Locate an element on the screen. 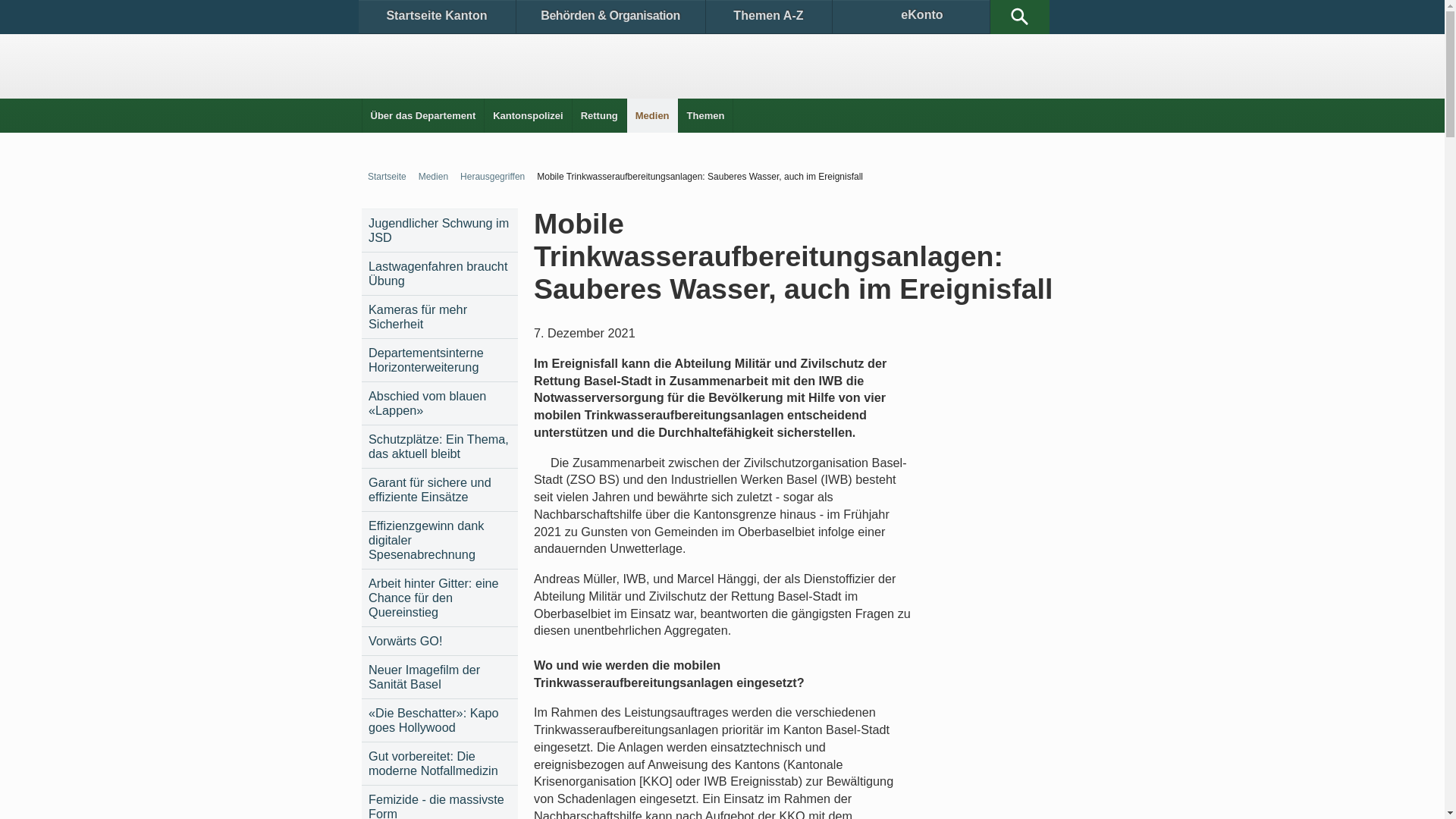 The width and height of the screenshot is (1456, 819). 'Startseite Kanton' is located at coordinates (435, 17).